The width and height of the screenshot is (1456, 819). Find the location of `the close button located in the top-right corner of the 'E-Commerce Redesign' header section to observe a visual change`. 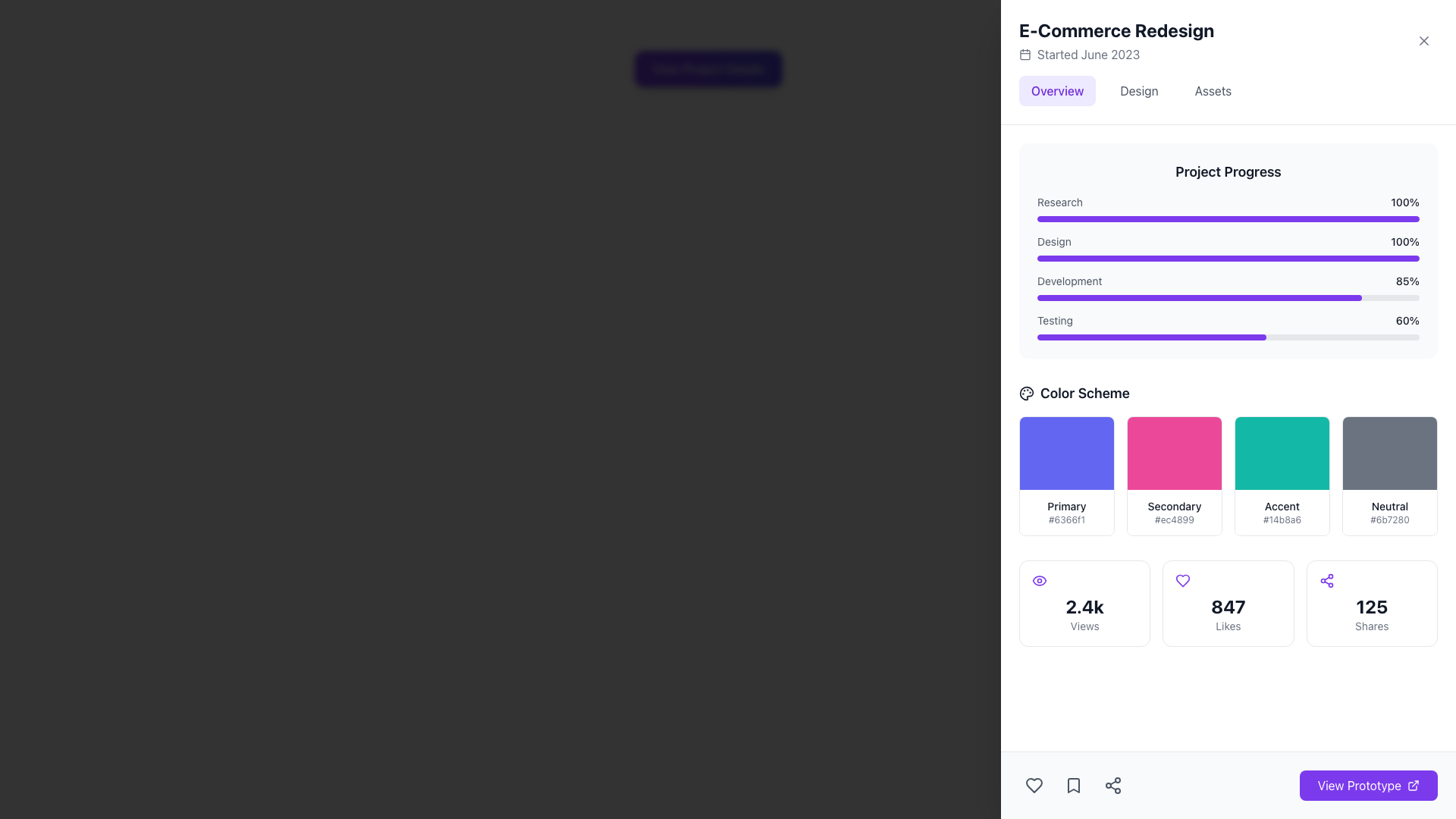

the close button located in the top-right corner of the 'E-Commerce Redesign' header section to observe a visual change is located at coordinates (1423, 40).